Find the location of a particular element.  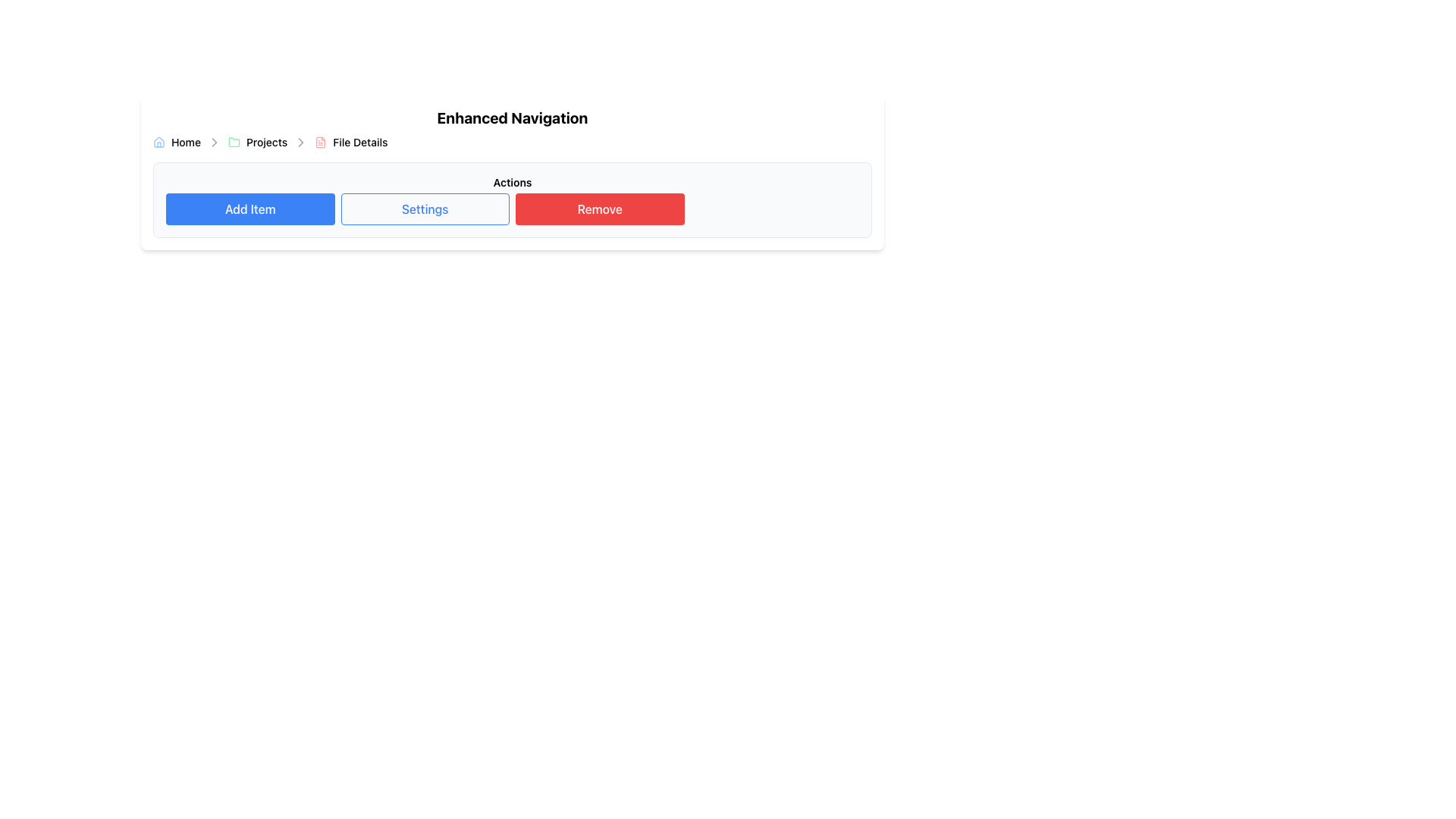

the 'Home' icon in the Breadcrumb Navigation Item is located at coordinates (177, 143).